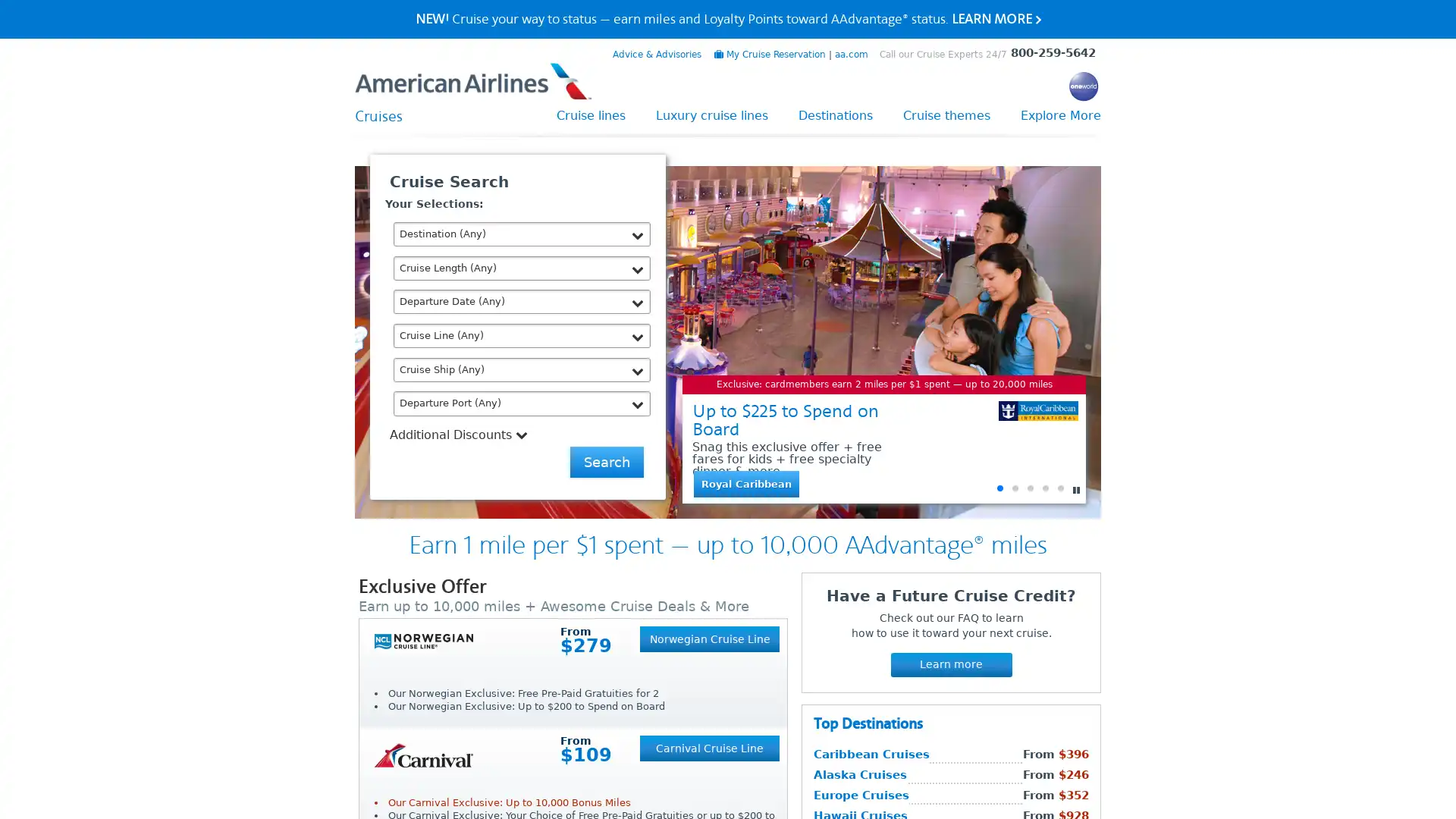 Image resolution: width=1456 pixels, height=819 pixels. I want to click on Destinations, so click(835, 114).